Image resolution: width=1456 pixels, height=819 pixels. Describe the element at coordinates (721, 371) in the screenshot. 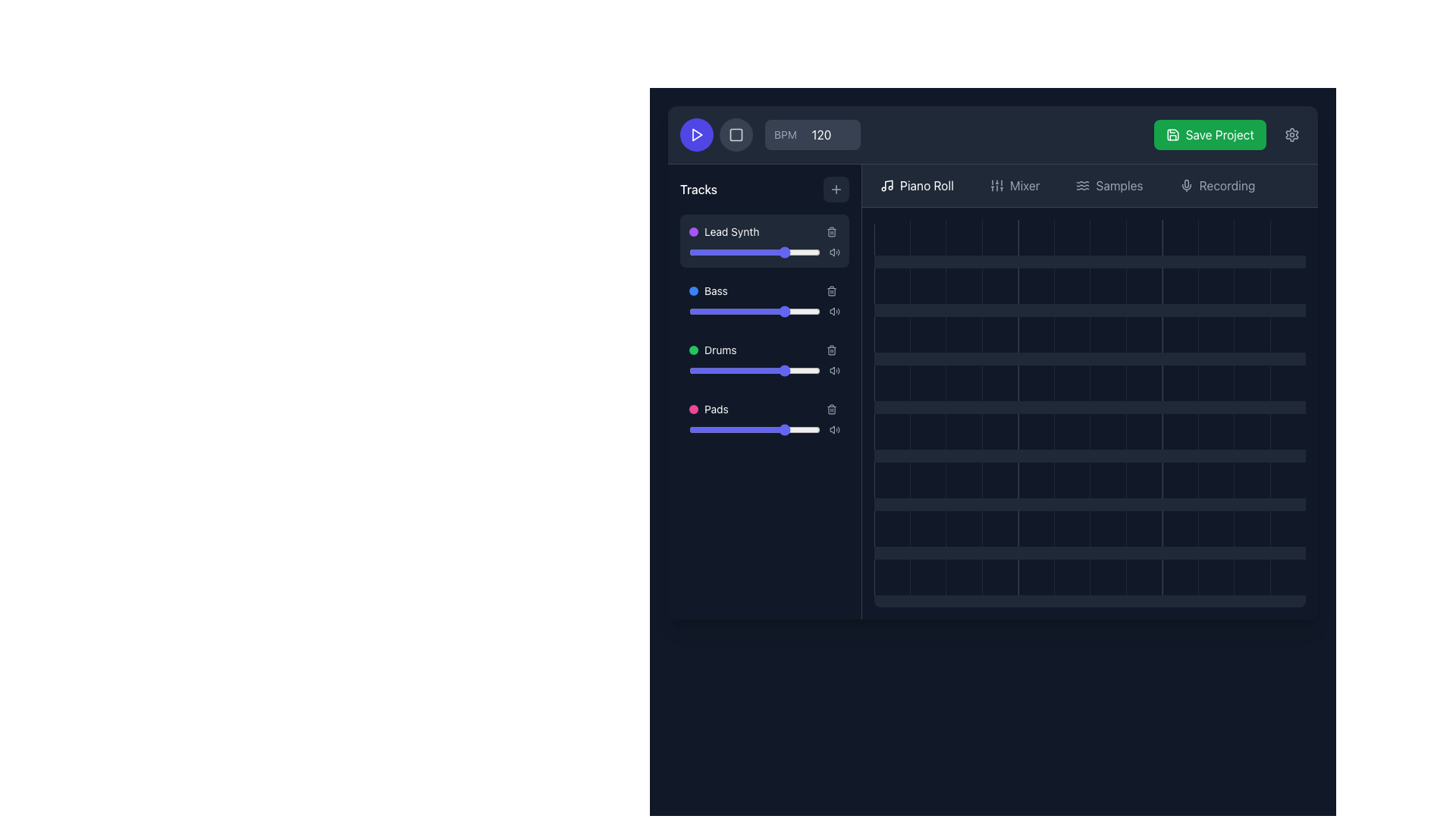

I see `the slider` at that location.